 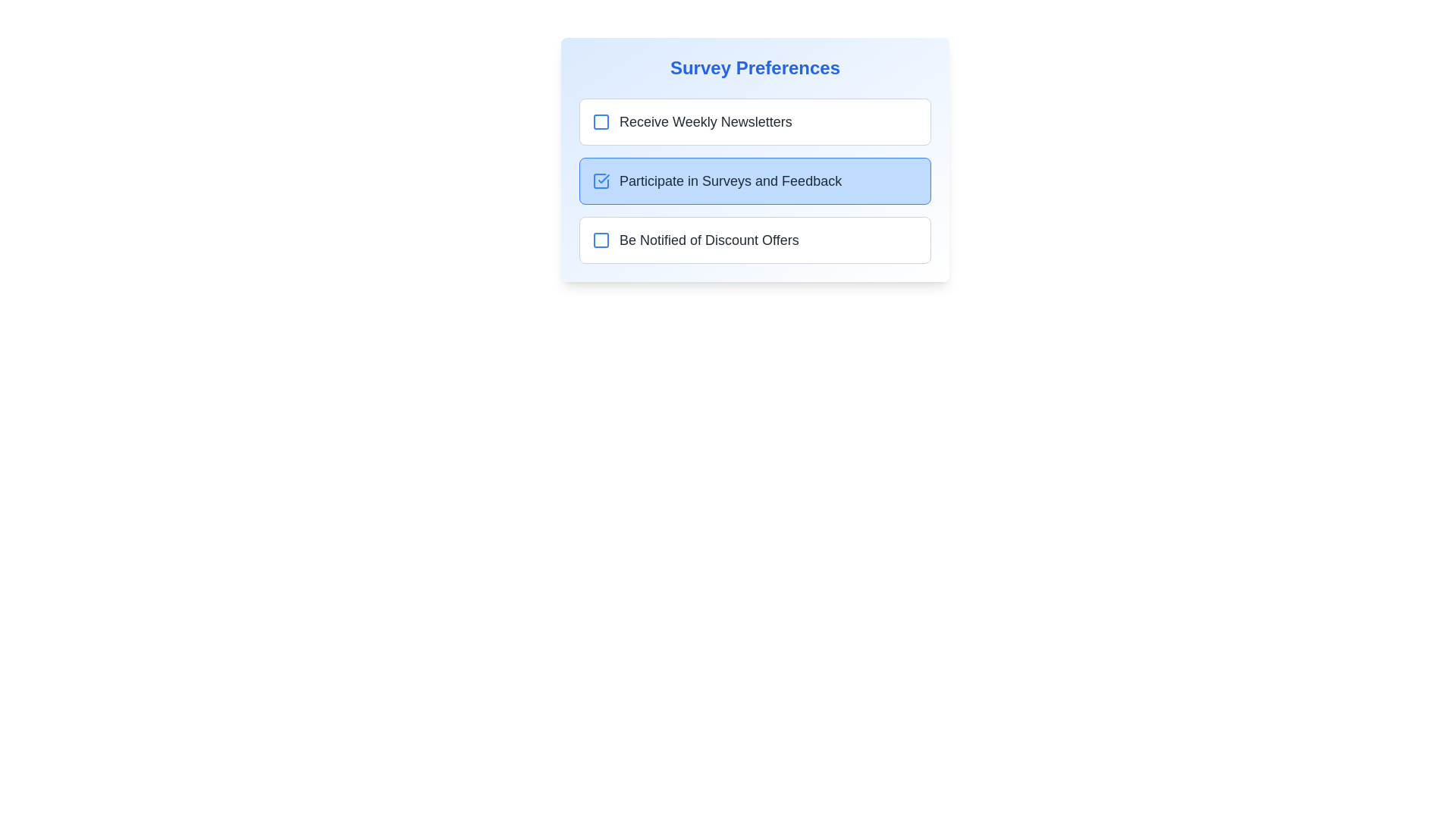 What do you see at coordinates (600, 180) in the screenshot?
I see `the Checkbox state indicator for the 'Participate in Surveys and Feedback' option, which is styled as a square with a checkmark and located centrally within the checkbox` at bounding box center [600, 180].